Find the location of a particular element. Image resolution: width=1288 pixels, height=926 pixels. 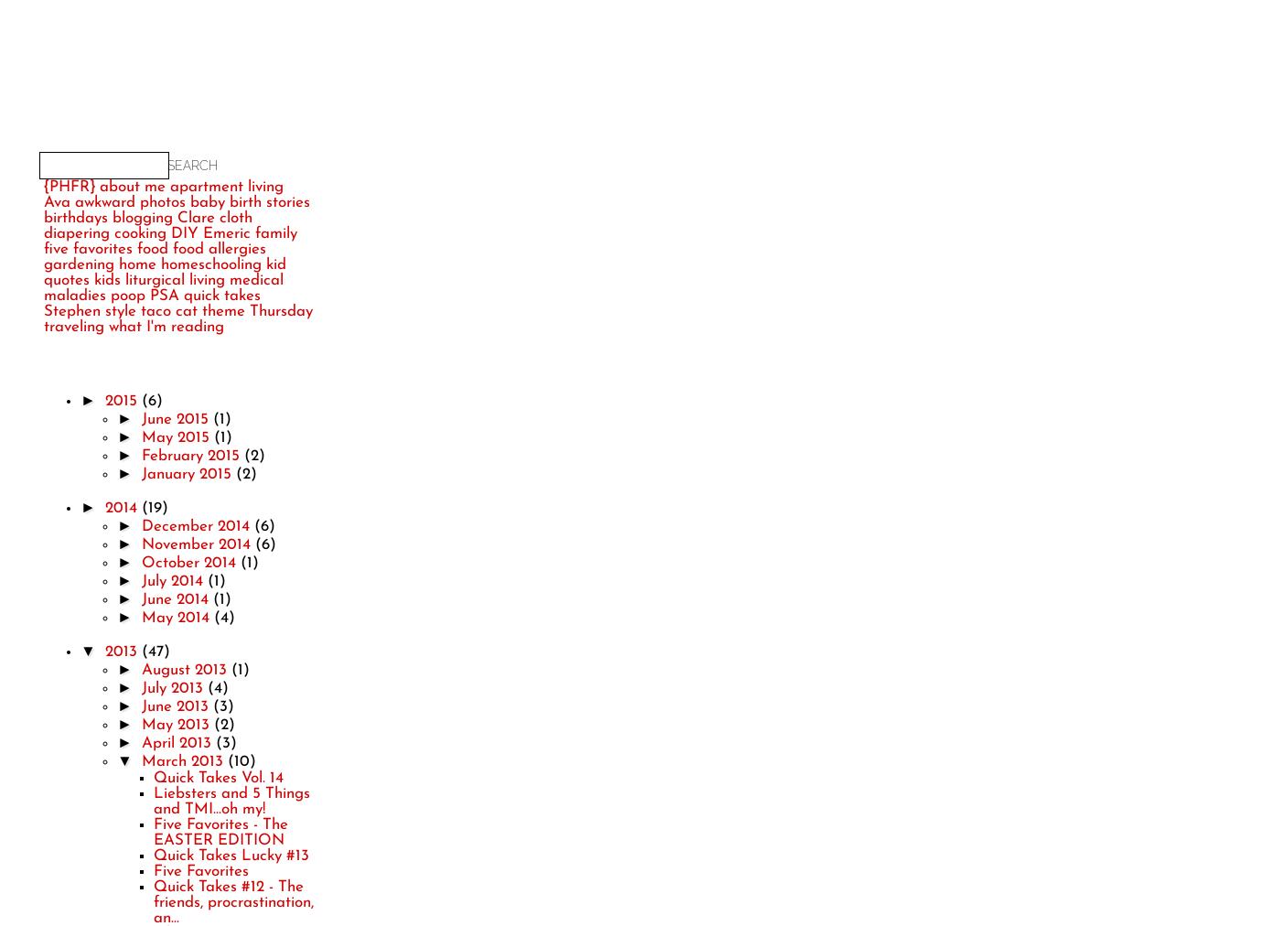

'(19)' is located at coordinates (154, 506).